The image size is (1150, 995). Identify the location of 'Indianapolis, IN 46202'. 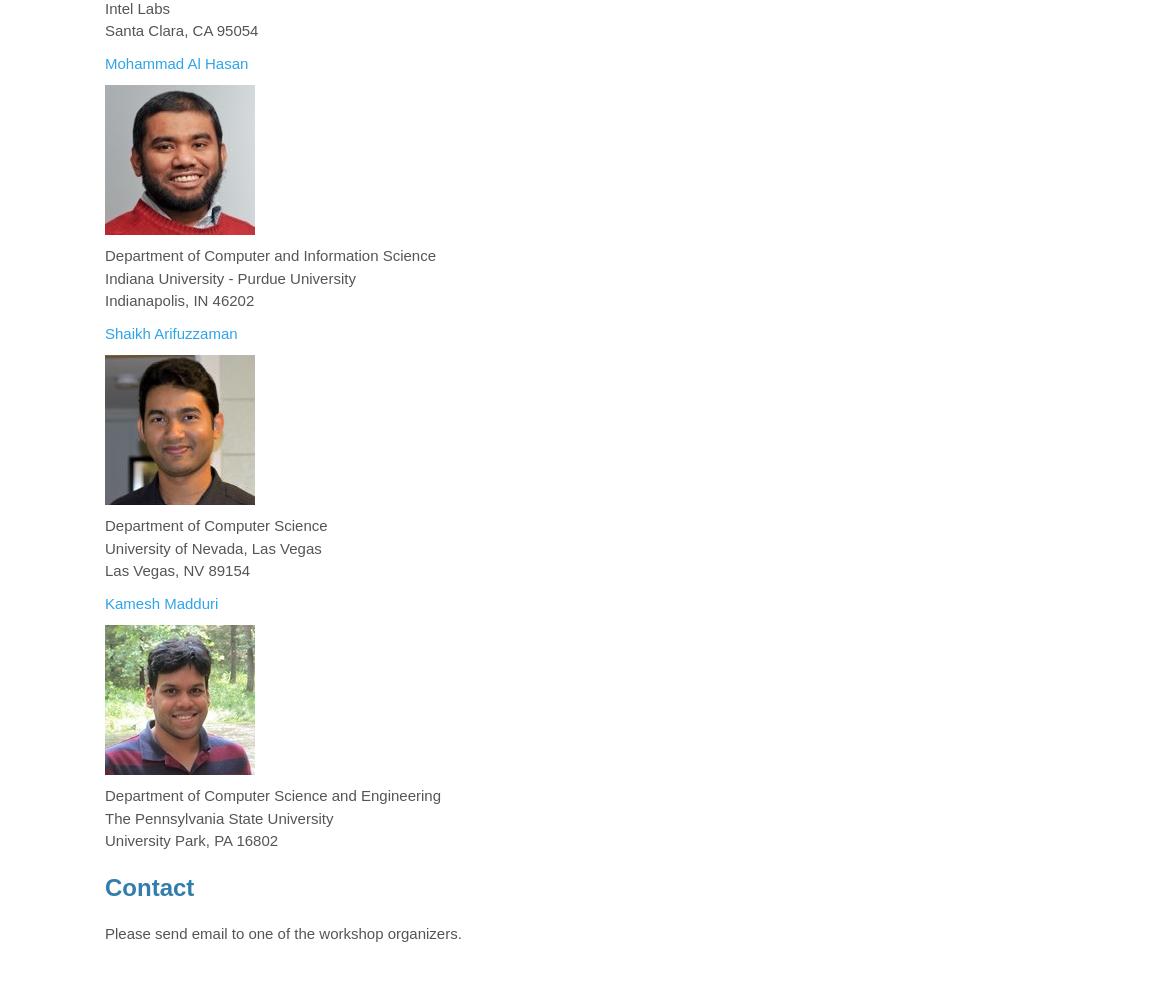
(178, 299).